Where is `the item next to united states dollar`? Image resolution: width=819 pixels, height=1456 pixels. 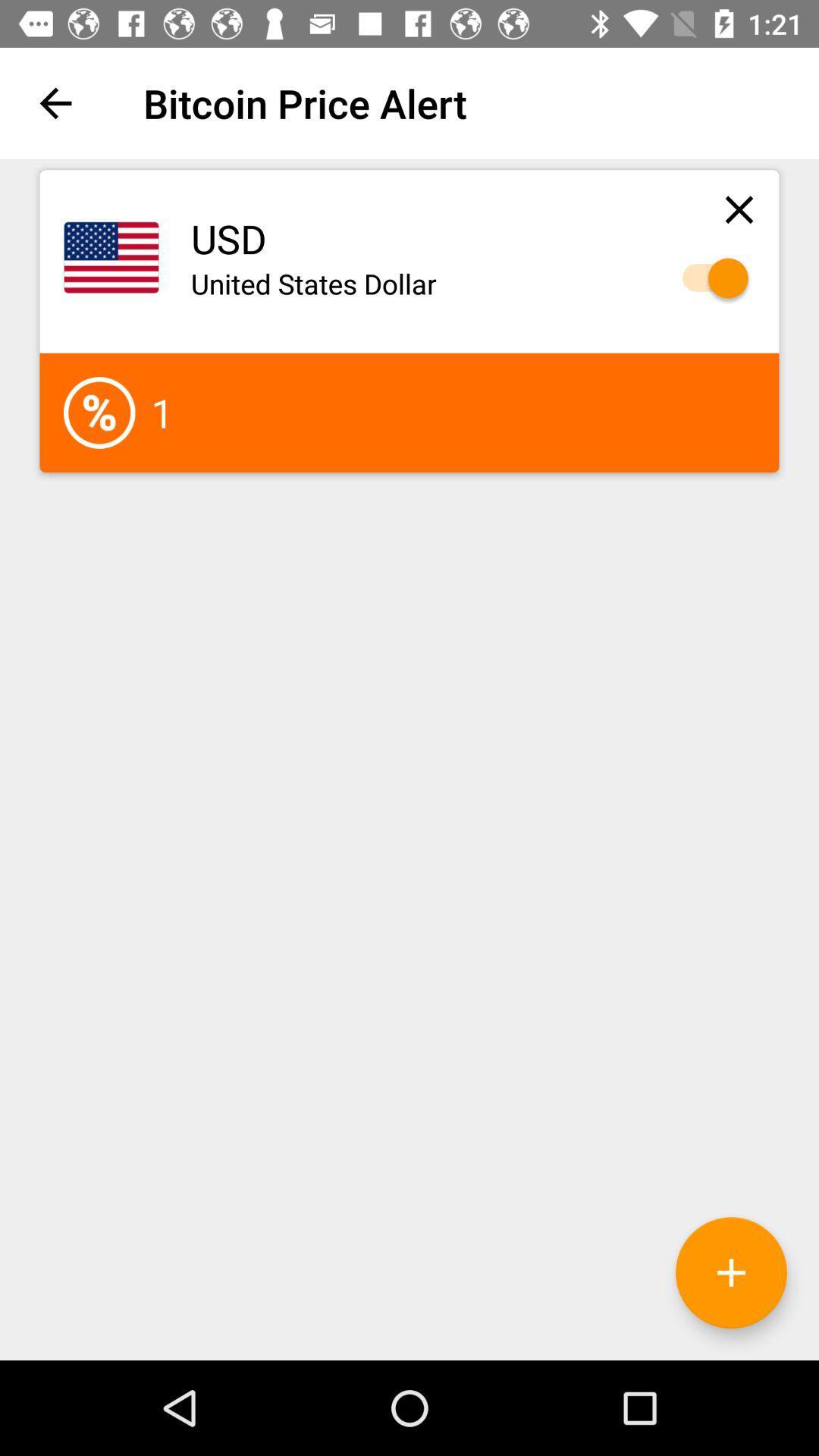 the item next to united states dollar is located at coordinates (708, 278).